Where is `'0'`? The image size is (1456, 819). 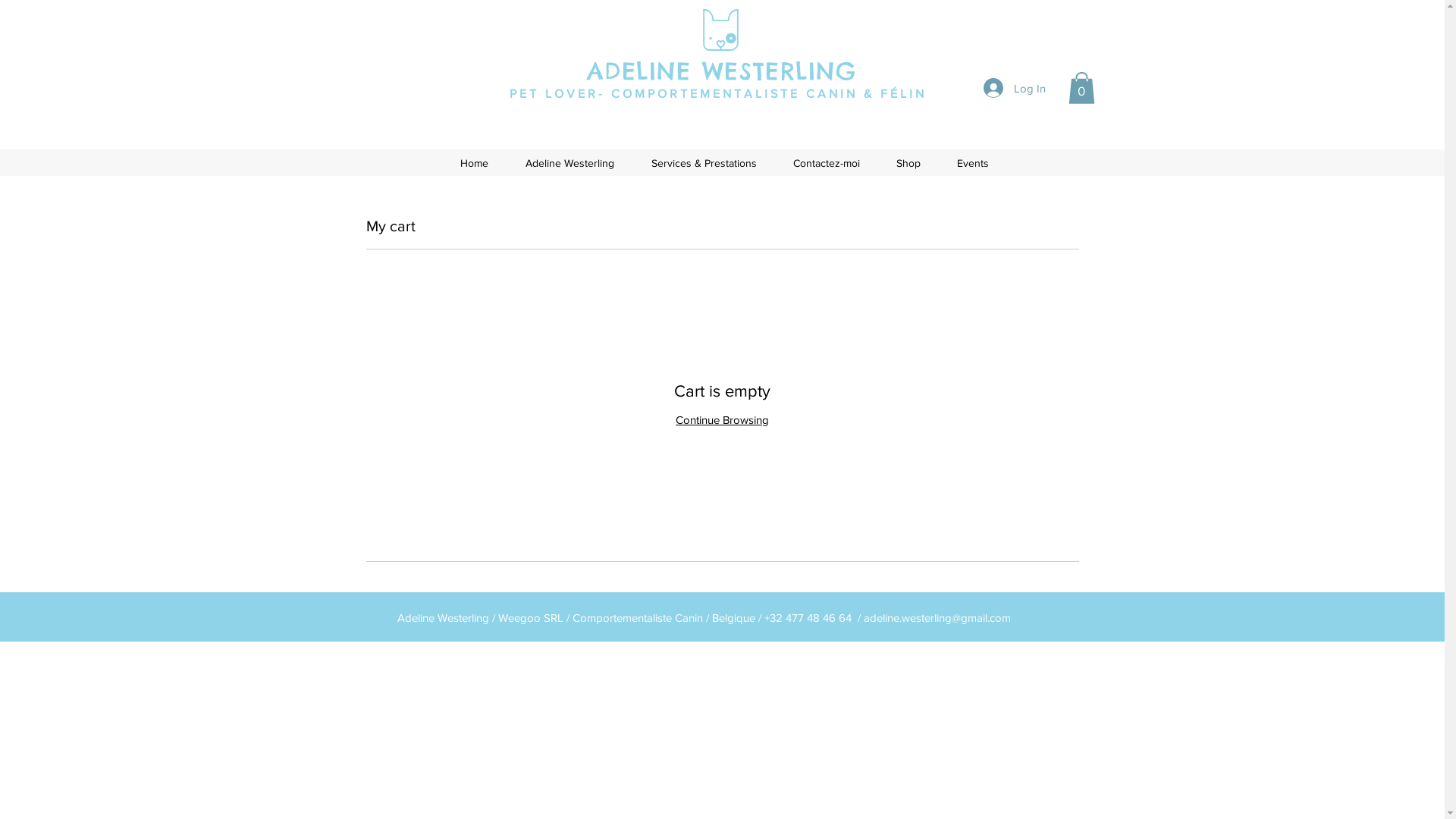
'0' is located at coordinates (1080, 87).